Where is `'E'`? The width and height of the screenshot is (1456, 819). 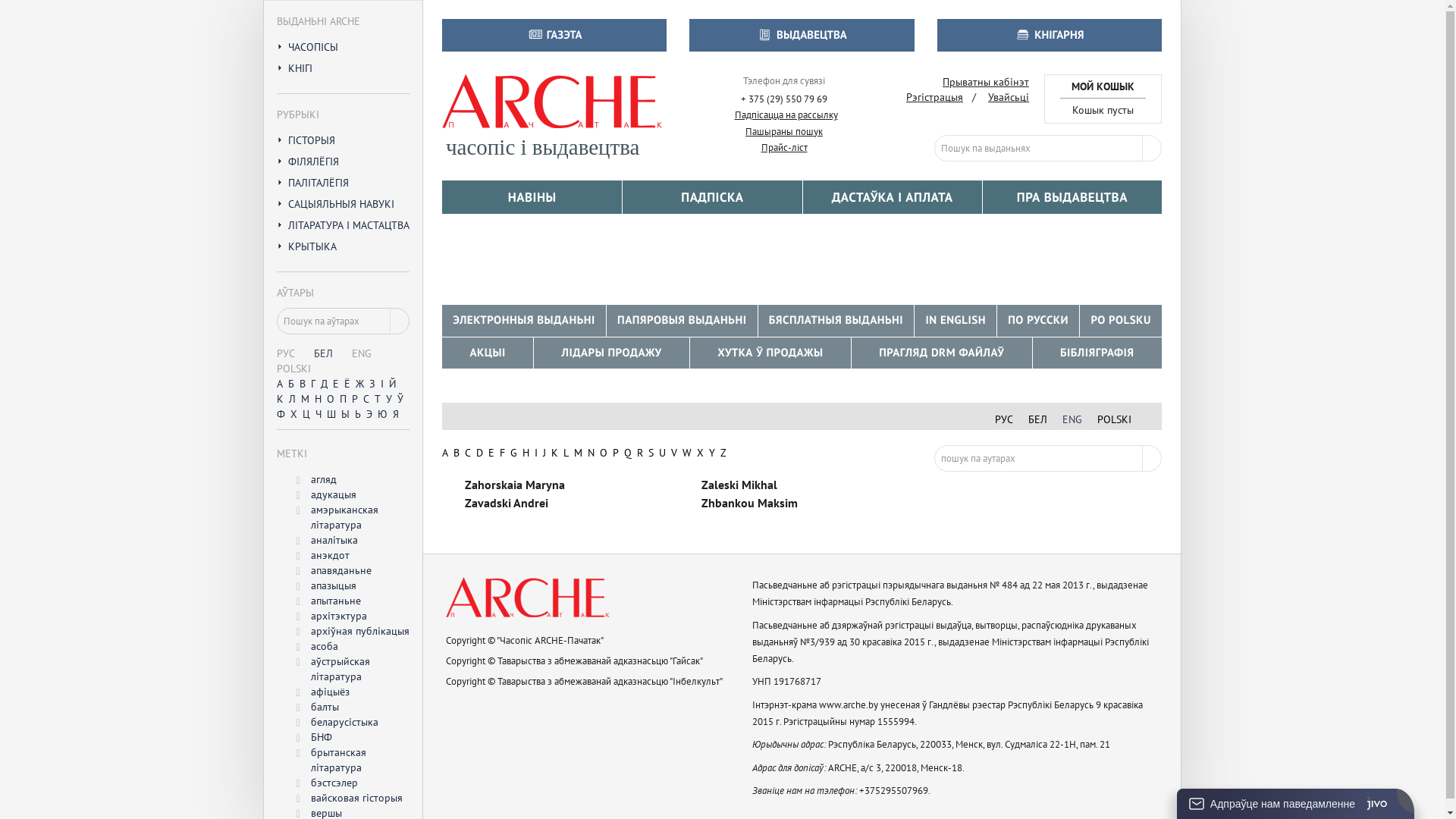 'E' is located at coordinates (491, 452).